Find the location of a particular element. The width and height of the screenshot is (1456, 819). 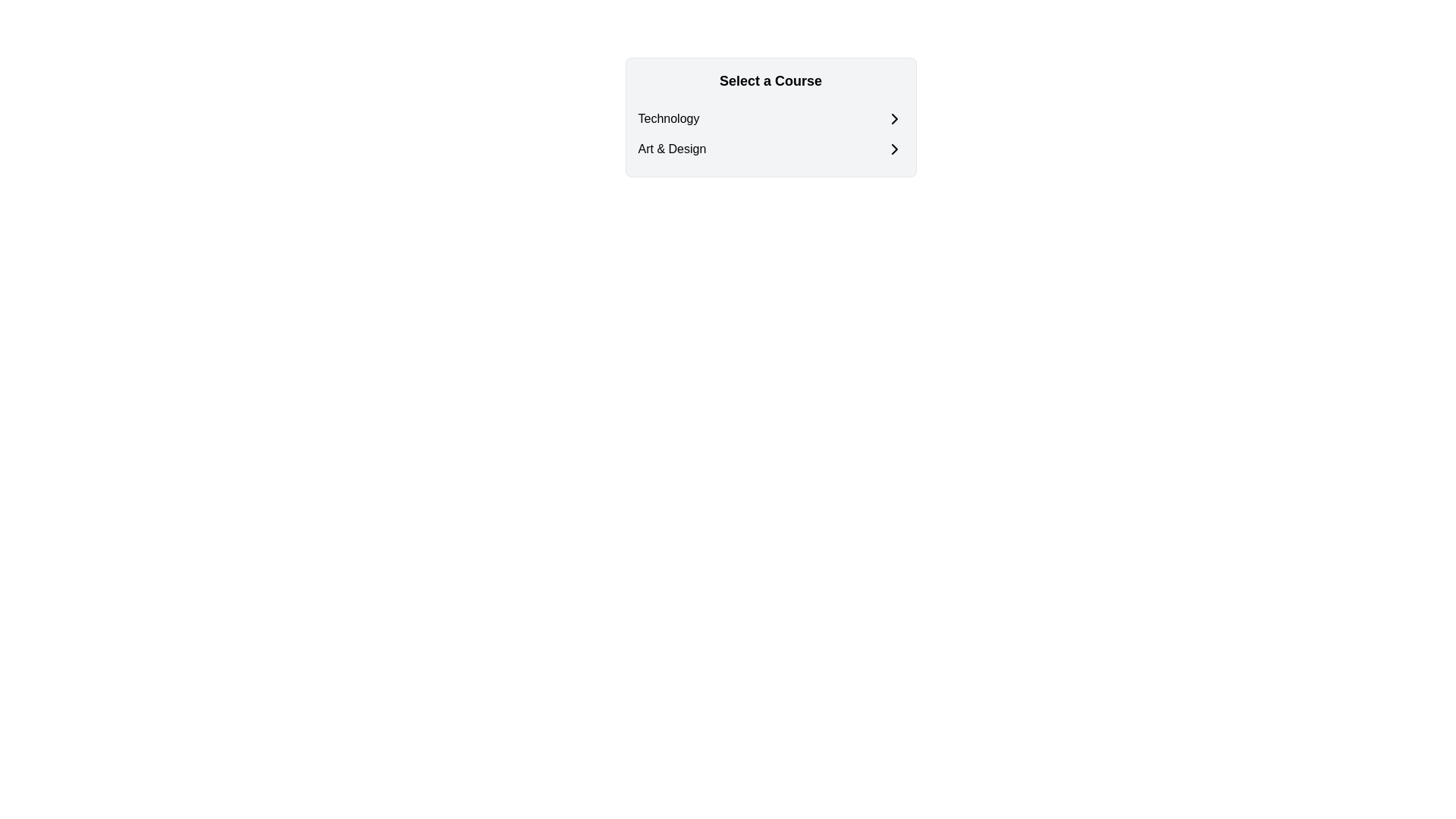

the 'Art & Design' text label, which is the second item is located at coordinates (671, 149).